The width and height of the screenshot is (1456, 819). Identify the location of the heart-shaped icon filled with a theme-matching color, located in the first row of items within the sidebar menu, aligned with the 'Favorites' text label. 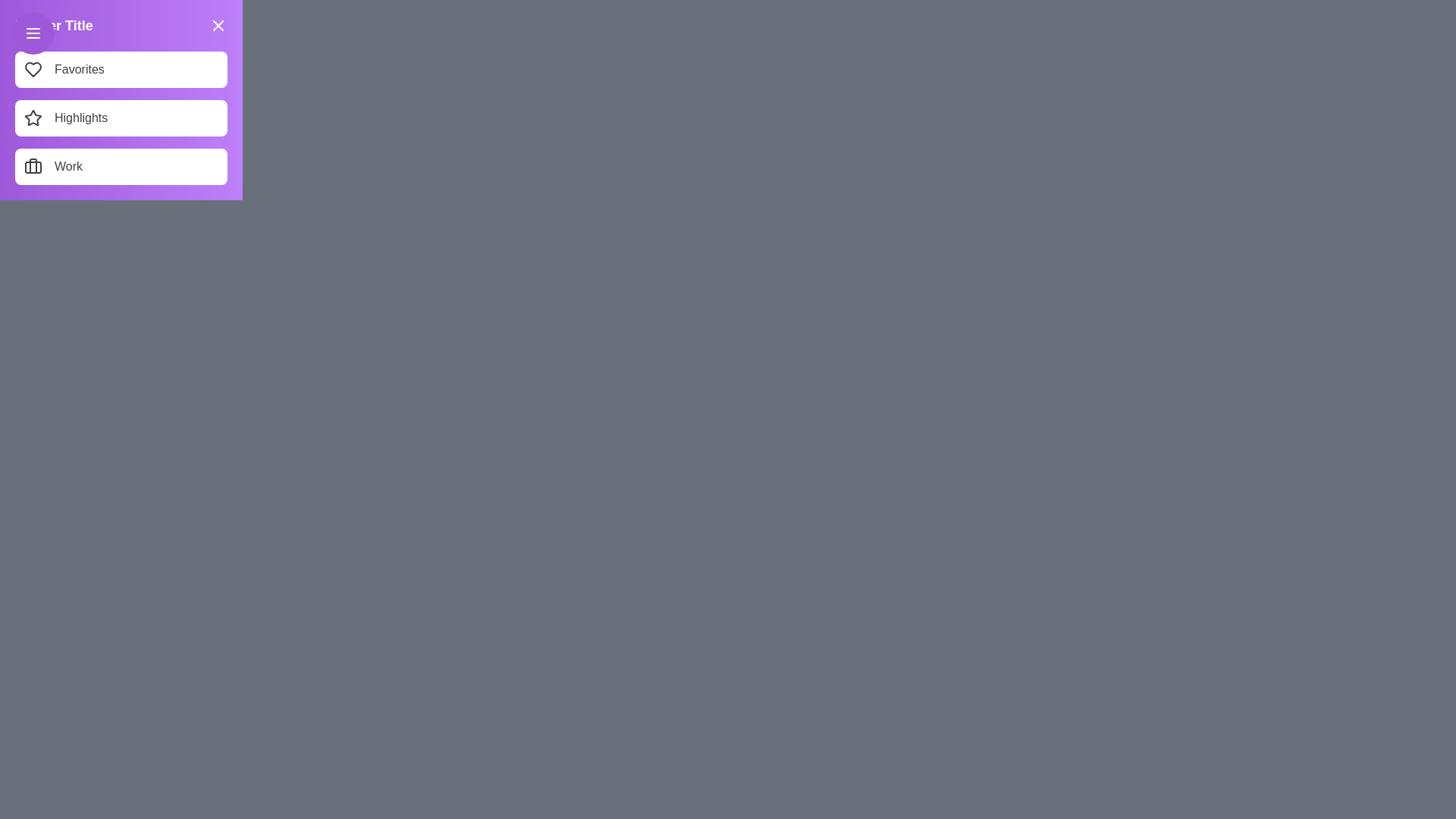
(33, 70).